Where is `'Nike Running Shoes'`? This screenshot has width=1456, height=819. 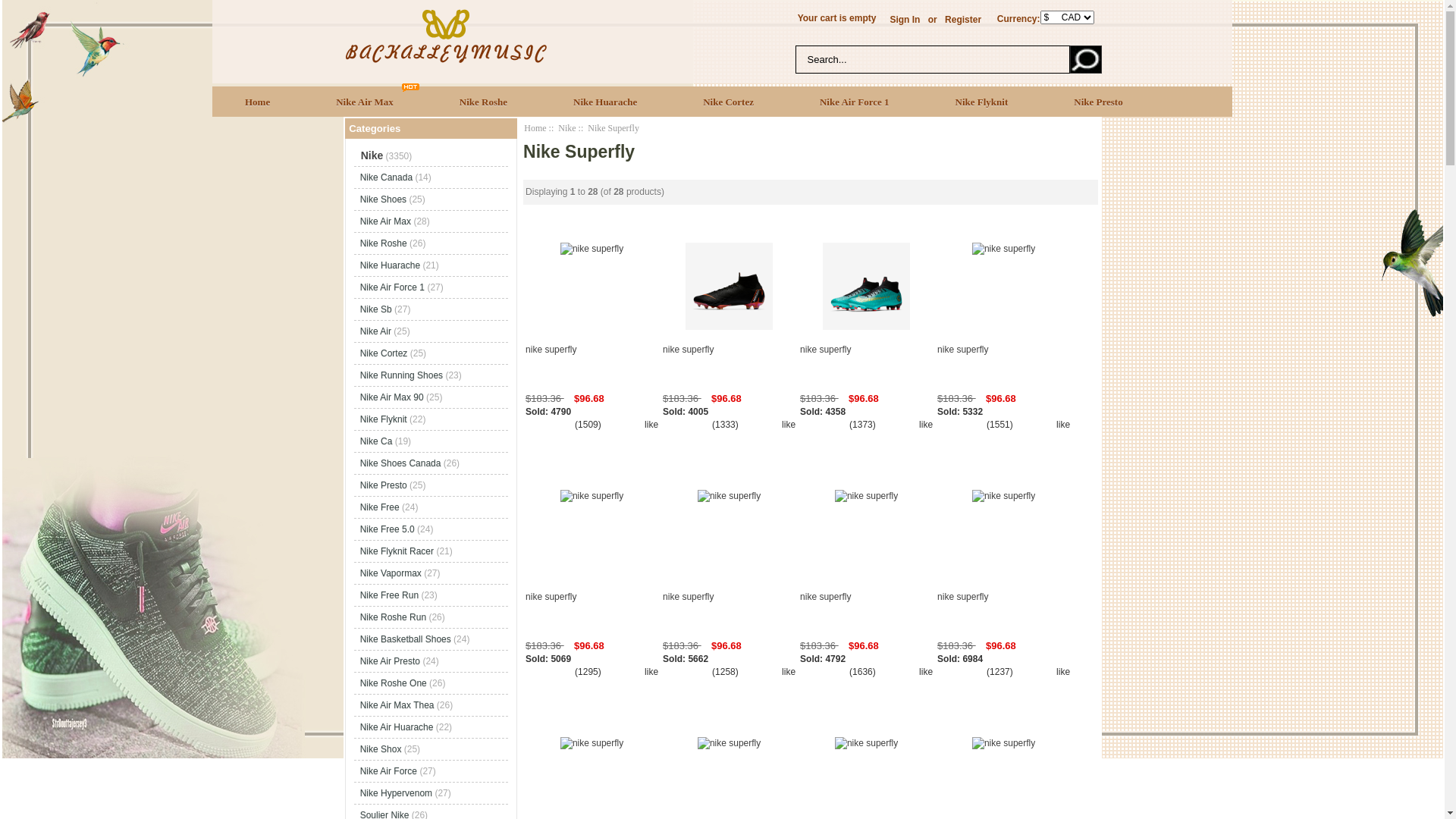
'Nike Running Shoes' is located at coordinates (401, 375).